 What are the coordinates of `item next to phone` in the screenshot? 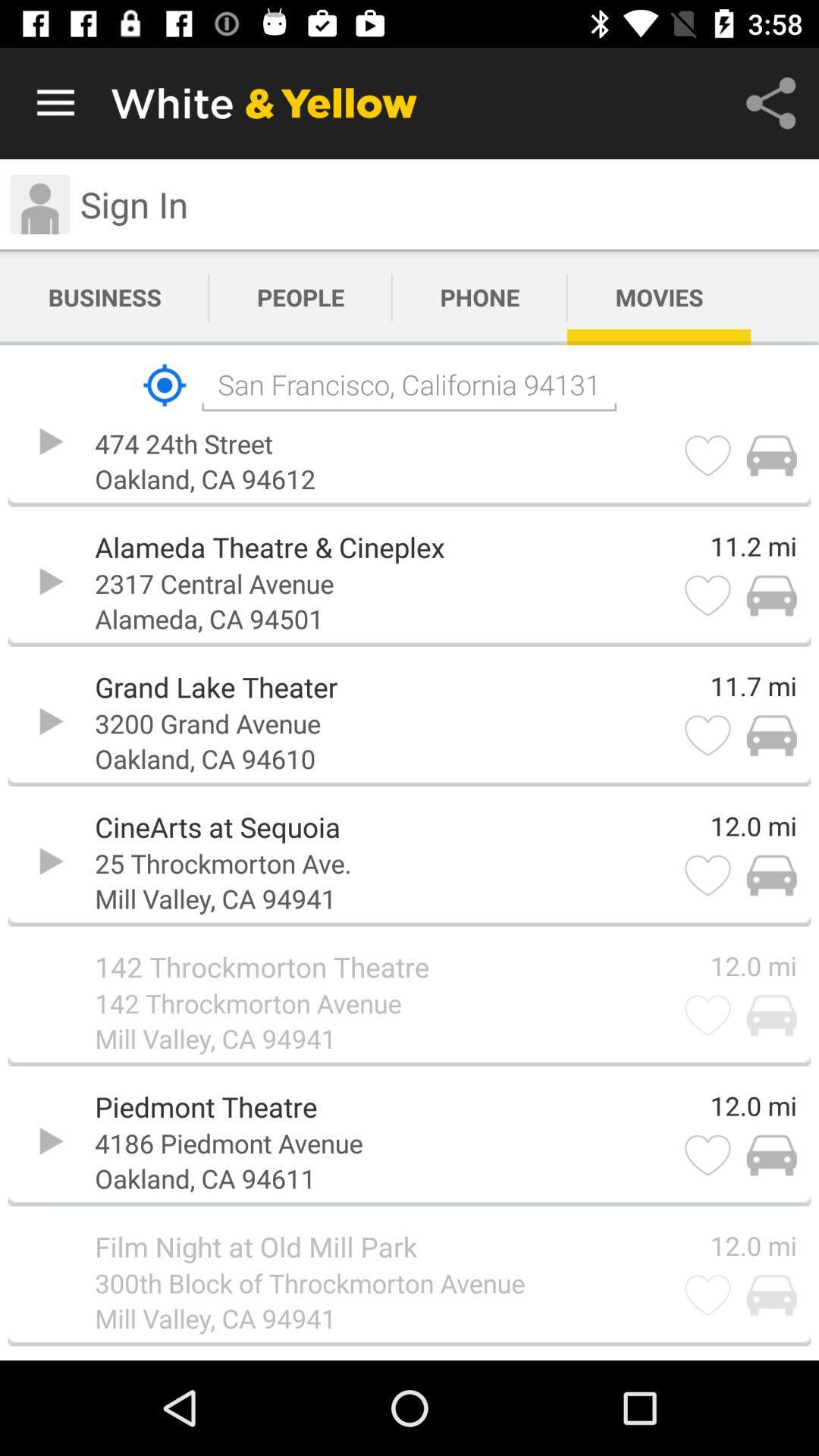 It's located at (300, 297).